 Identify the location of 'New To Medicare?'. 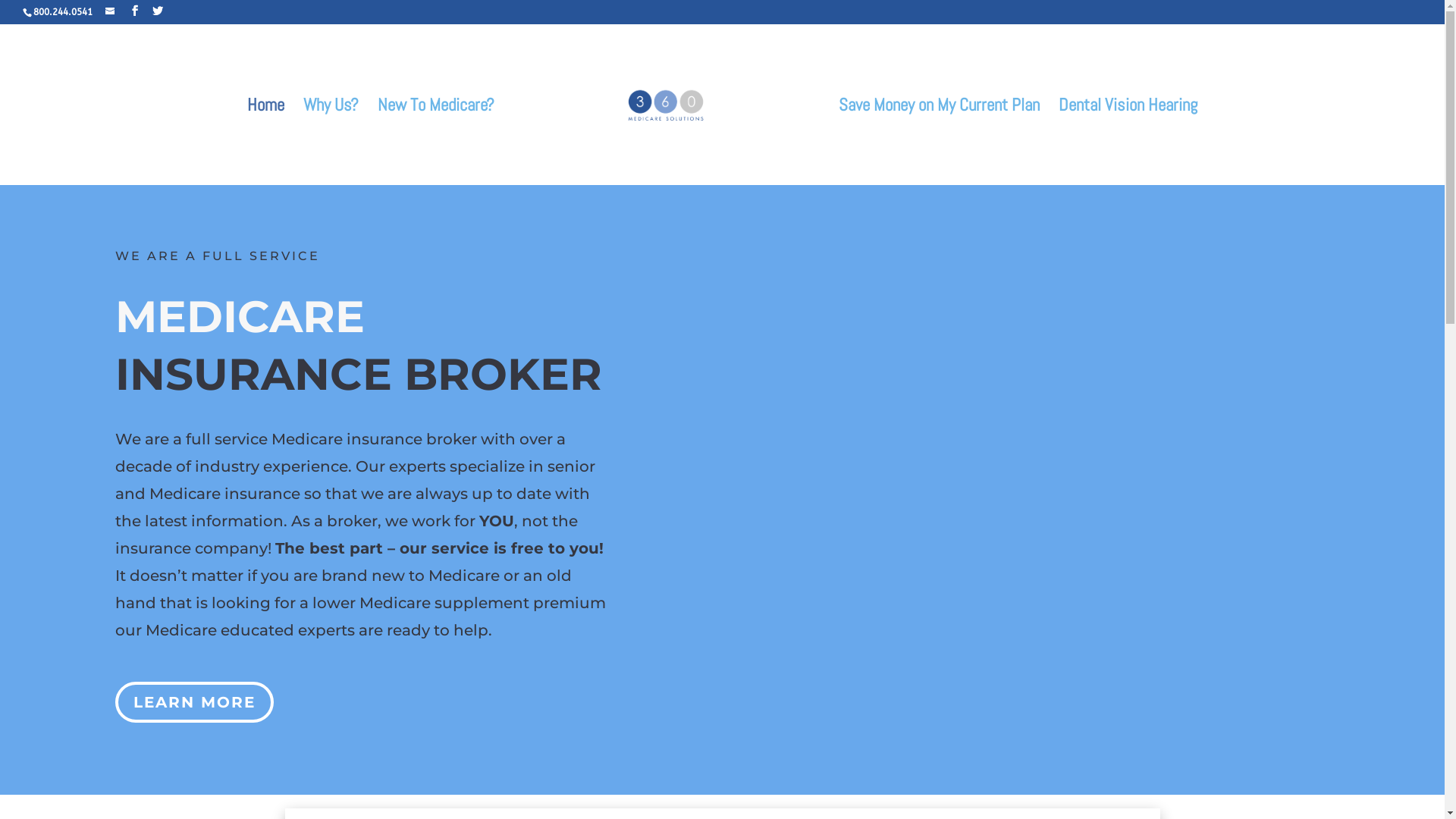
(435, 142).